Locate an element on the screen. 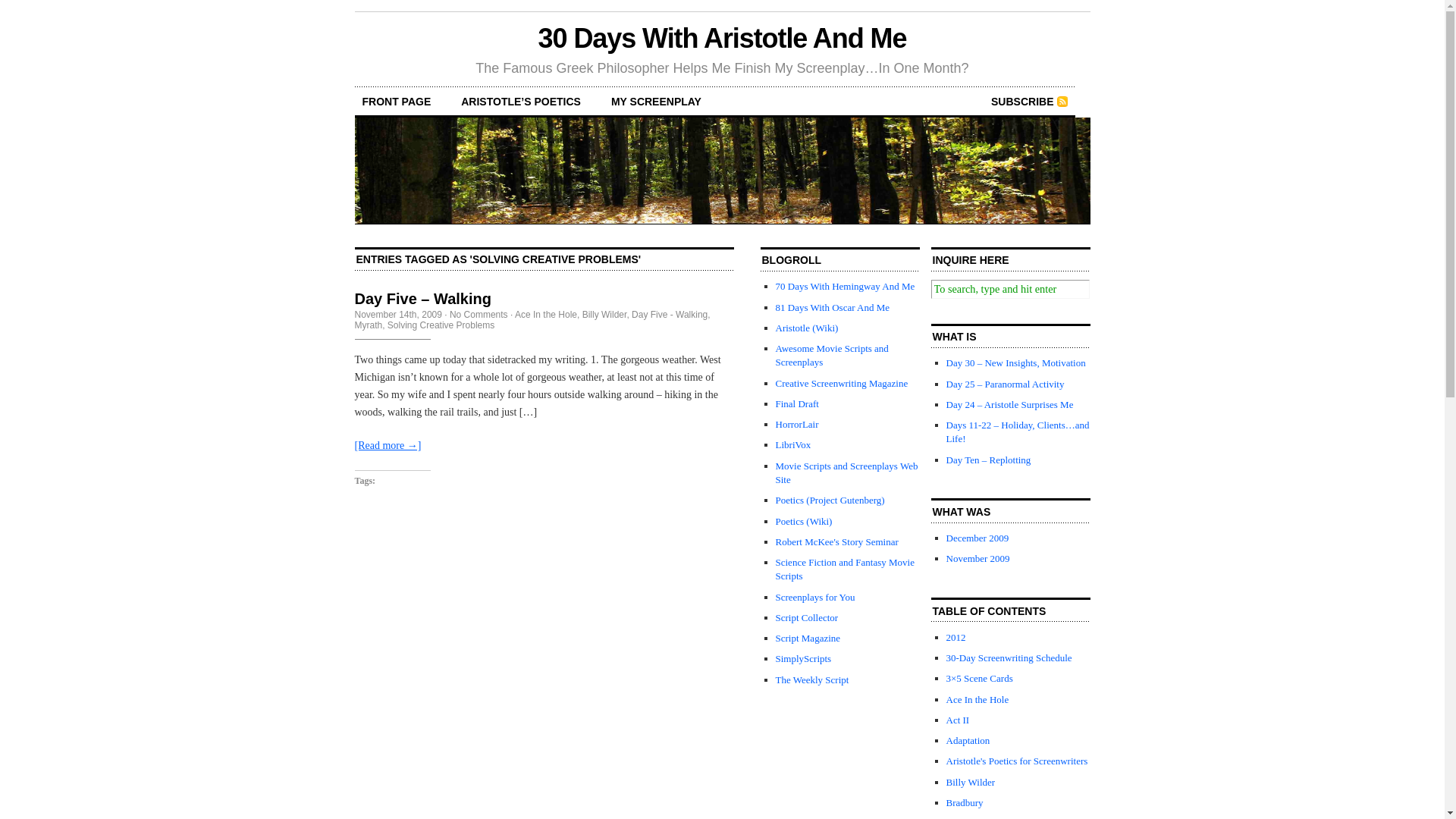 The height and width of the screenshot is (819, 1456). 'Script Magazine' is located at coordinates (807, 638).